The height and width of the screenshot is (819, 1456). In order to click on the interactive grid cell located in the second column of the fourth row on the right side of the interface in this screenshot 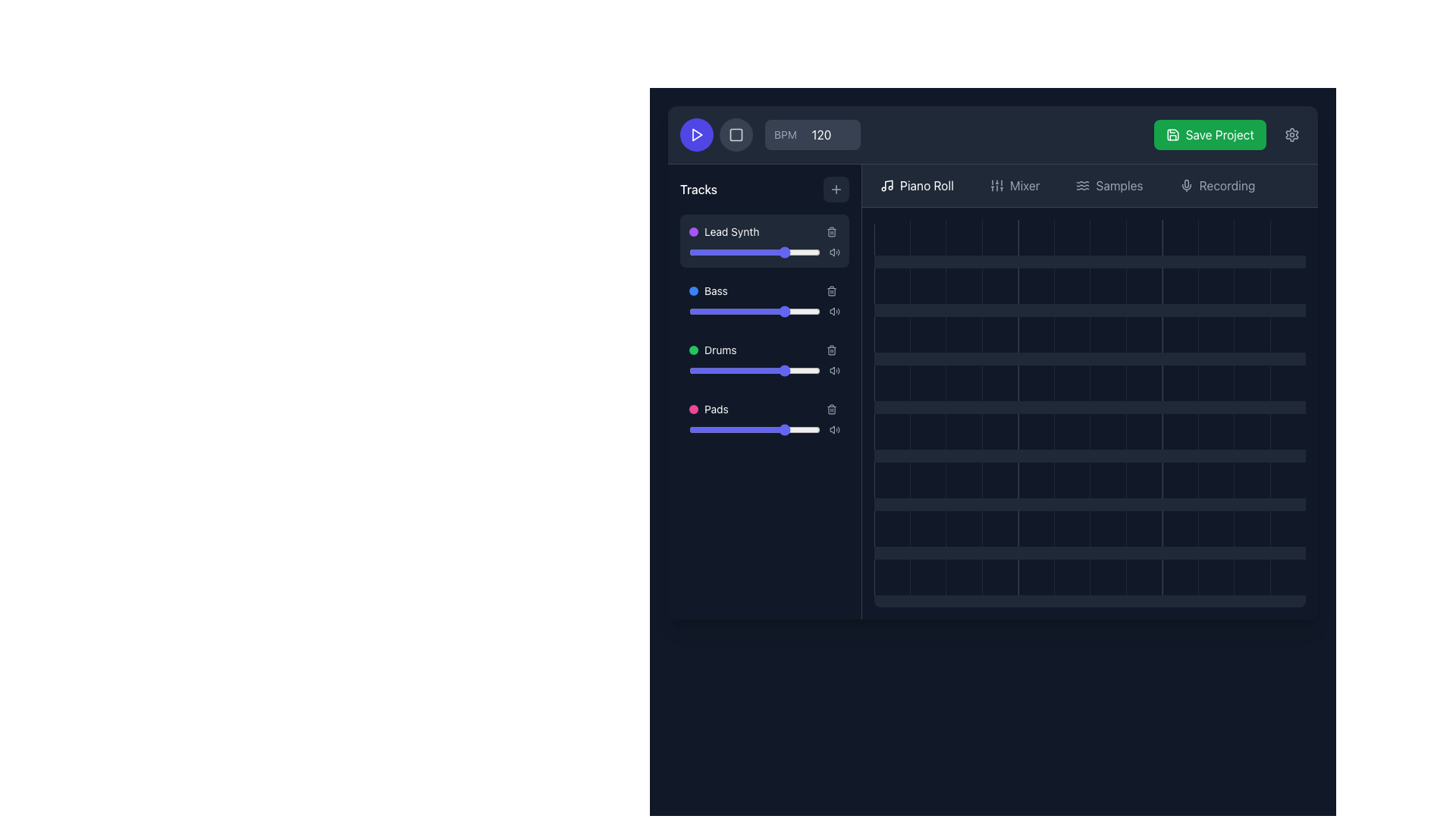, I will do `click(927, 334)`.